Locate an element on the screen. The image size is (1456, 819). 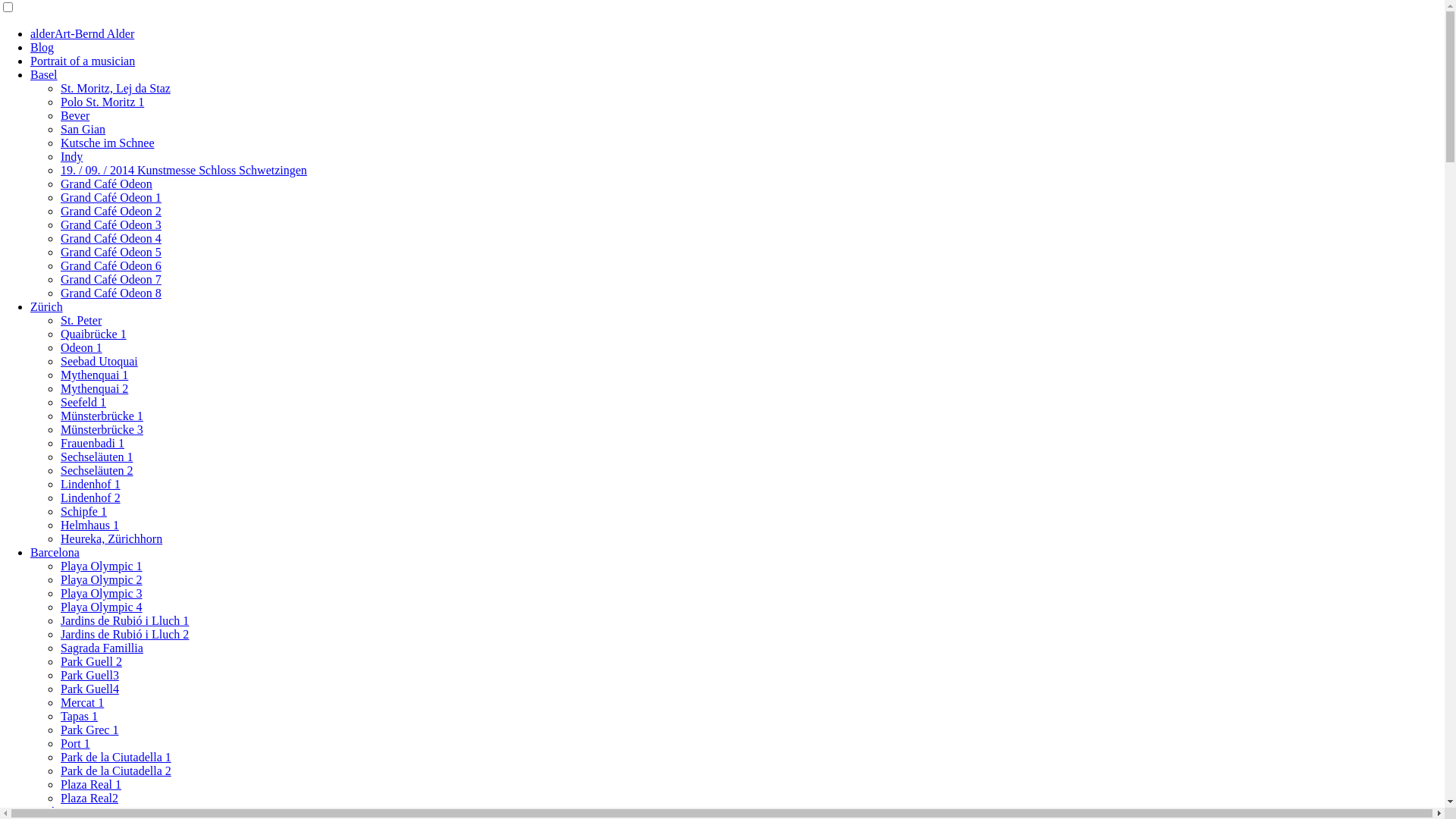
'St. Peter' is located at coordinates (80, 319).